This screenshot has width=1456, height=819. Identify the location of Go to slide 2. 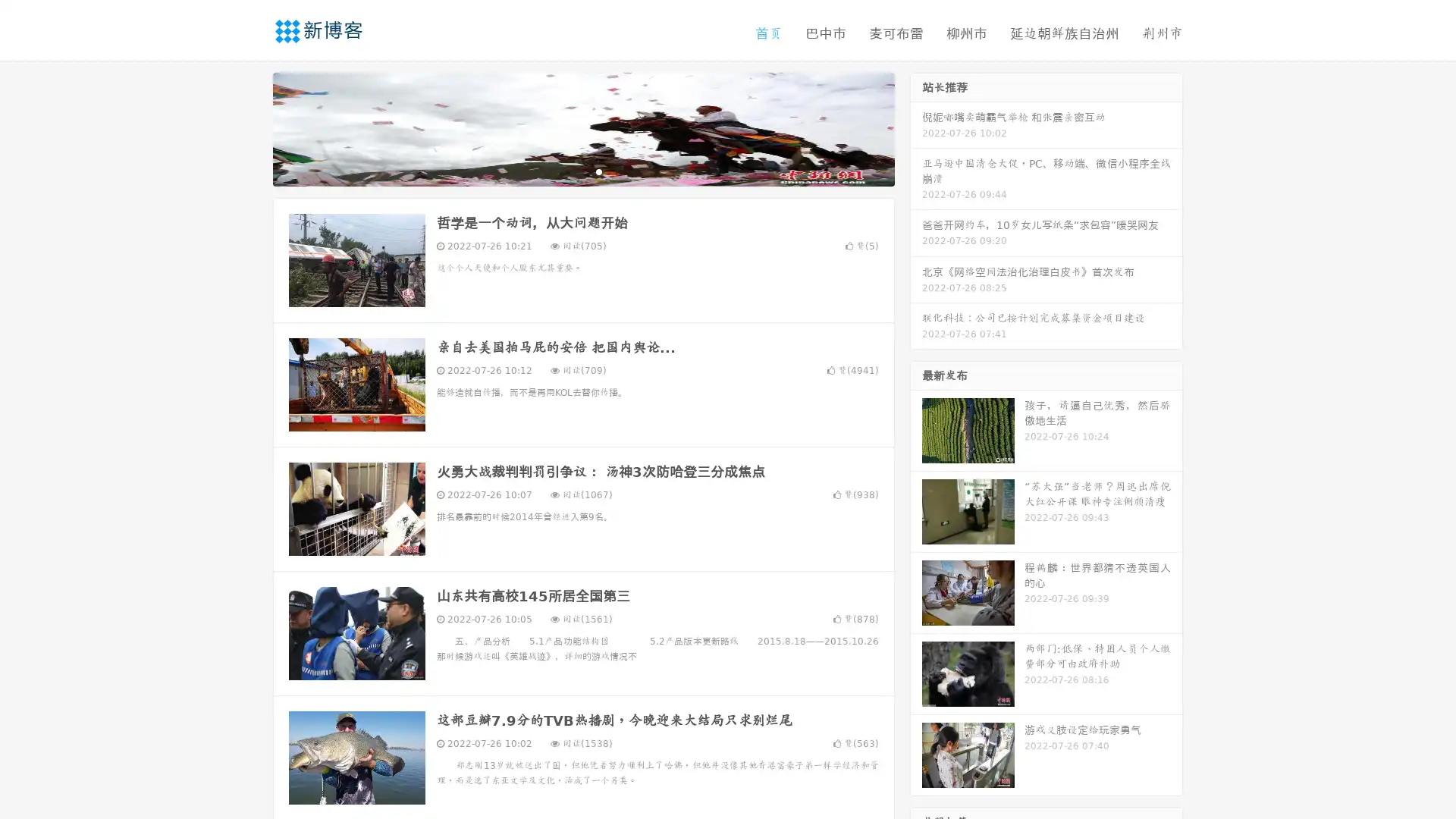
(582, 171).